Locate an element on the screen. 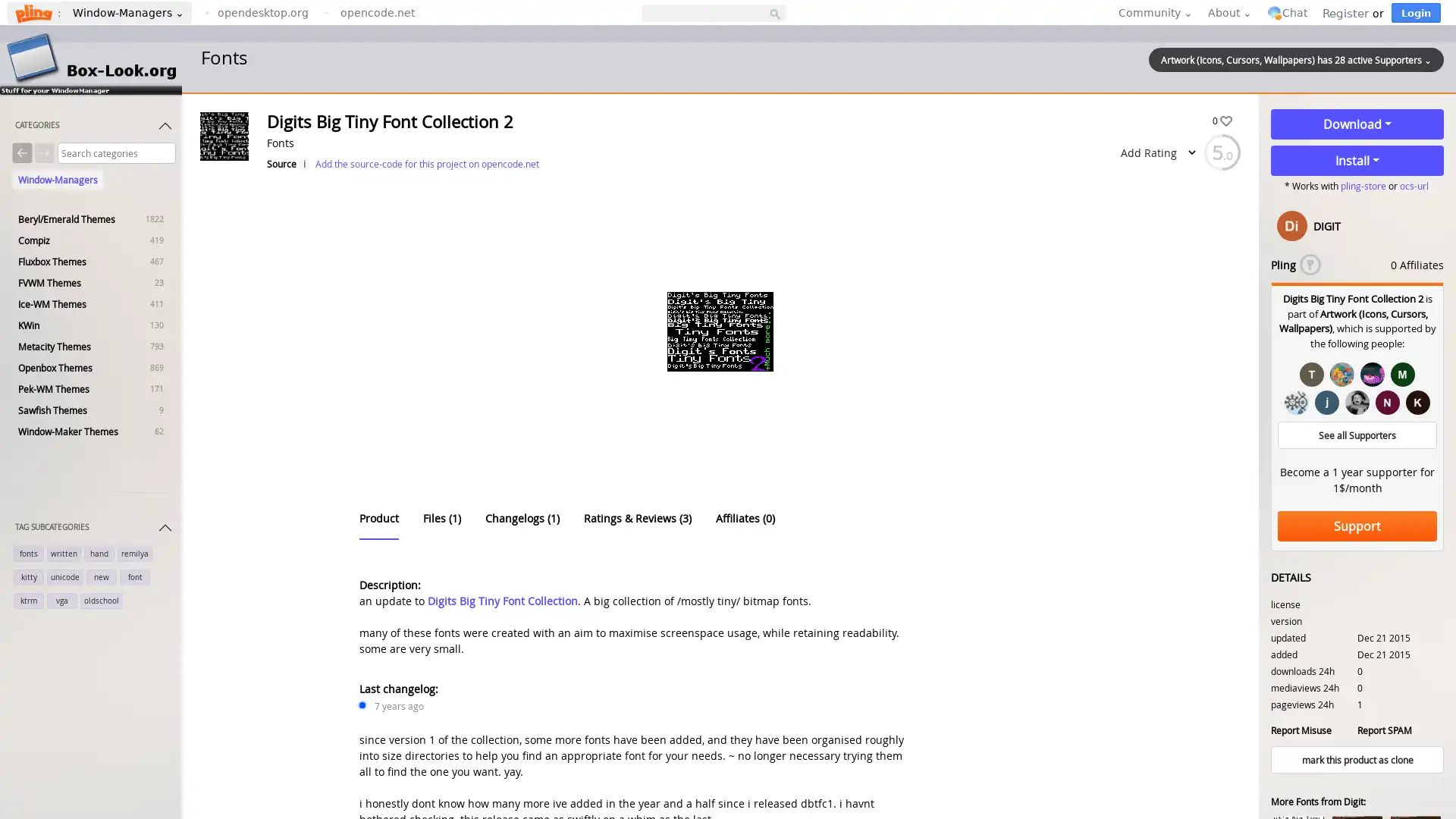  Download is located at coordinates (1357, 124).